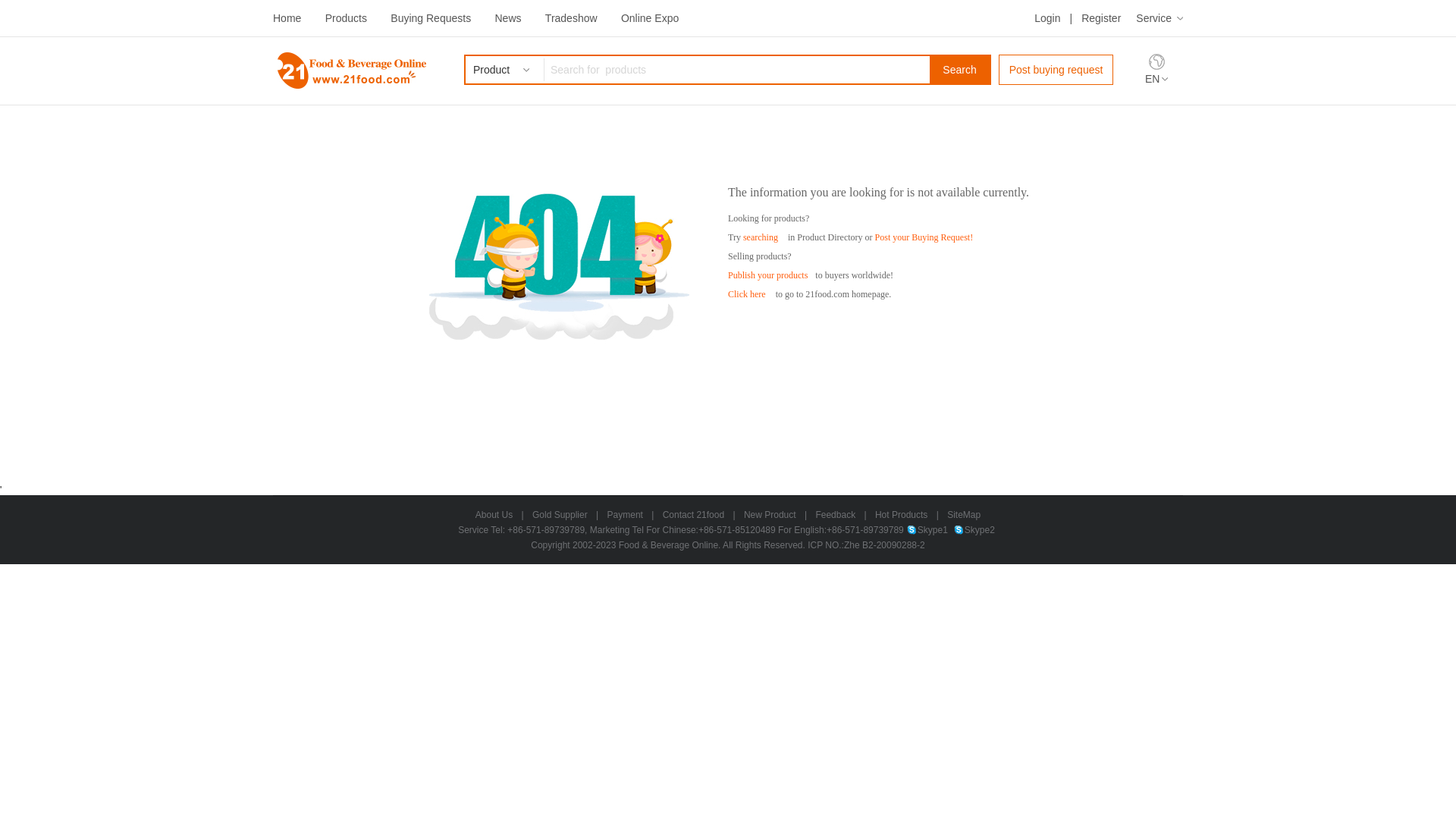 Image resolution: width=1456 pixels, height=819 pixels. I want to click on 'Publish your products', so click(767, 275).